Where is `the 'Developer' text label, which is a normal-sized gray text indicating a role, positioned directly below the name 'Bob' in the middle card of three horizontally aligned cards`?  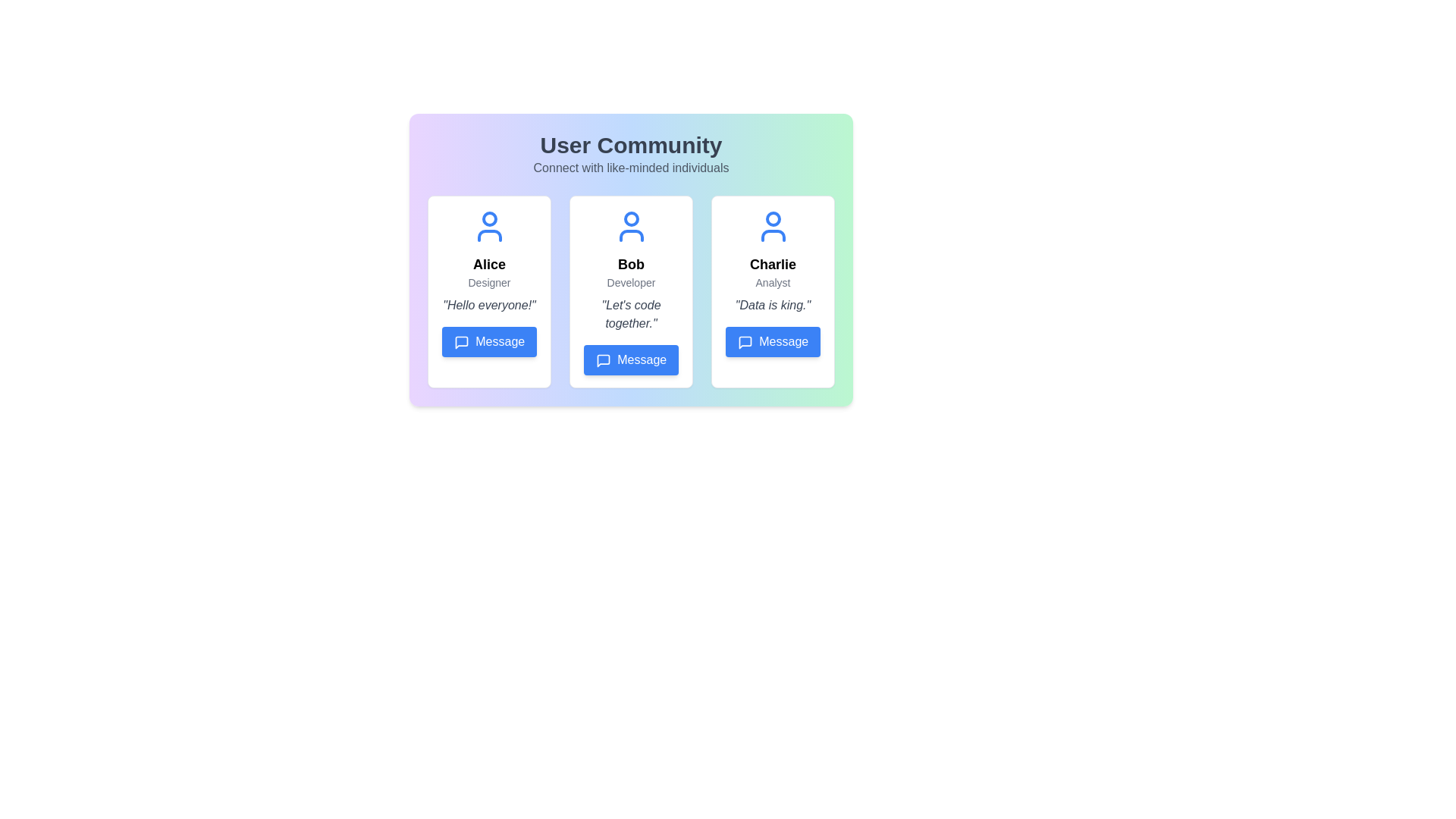 the 'Developer' text label, which is a normal-sized gray text indicating a role, positioned directly below the name 'Bob' in the middle card of three horizontally aligned cards is located at coordinates (631, 283).